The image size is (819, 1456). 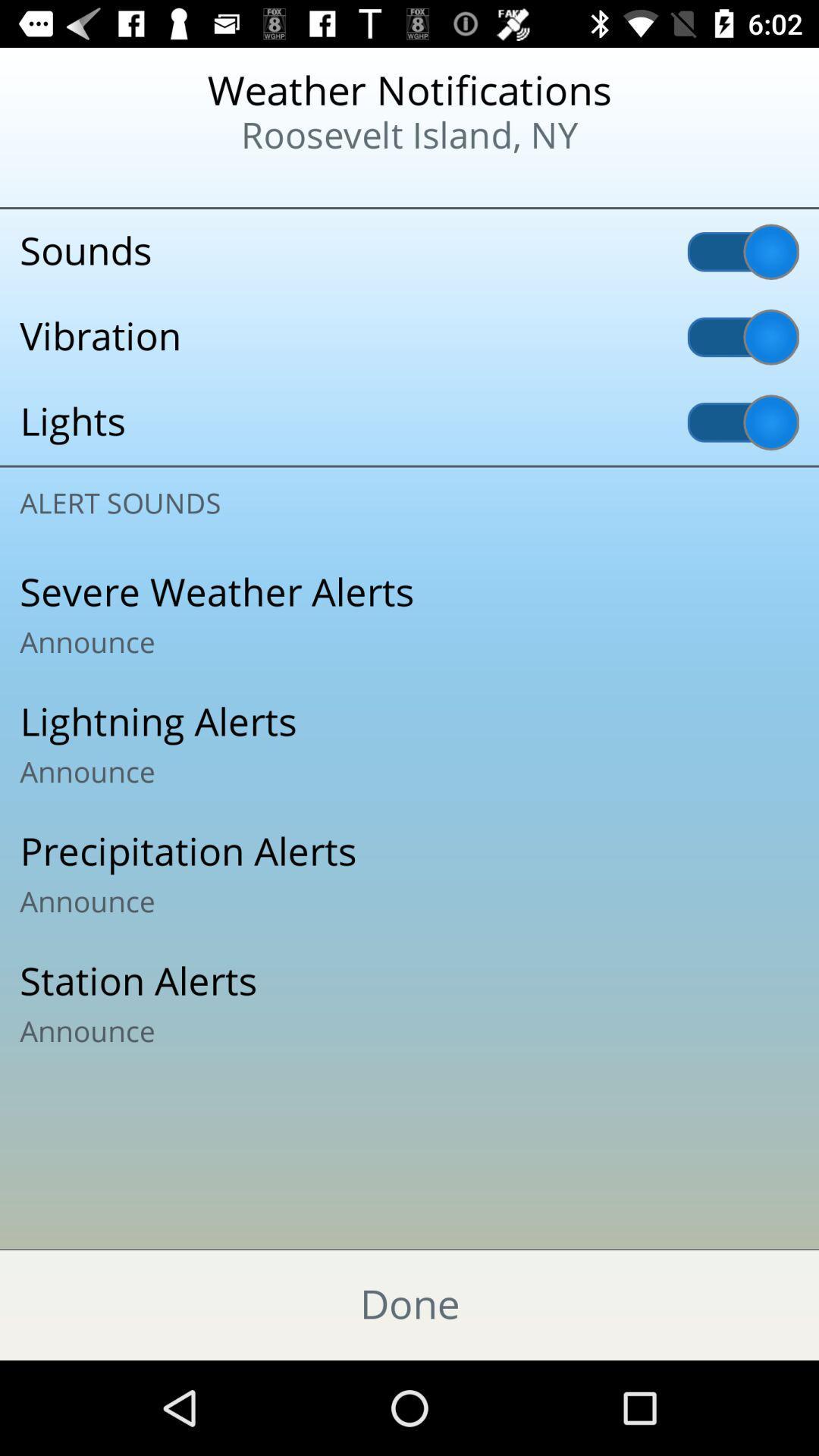 What do you see at coordinates (99, 182) in the screenshot?
I see `item at the top left corner` at bounding box center [99, 182].